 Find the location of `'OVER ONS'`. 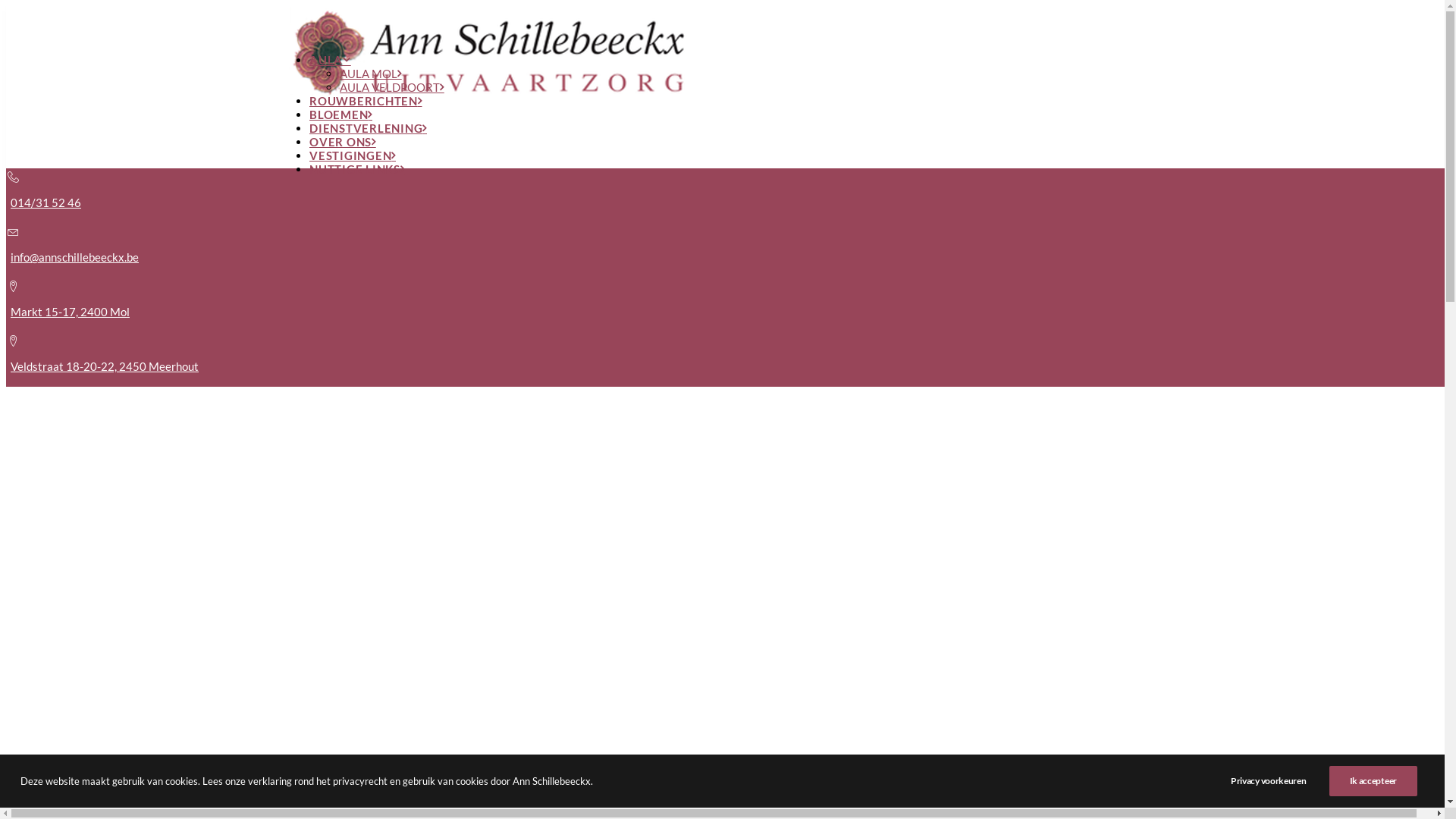

'OVER ONS' is located at coordinates (341, 141).